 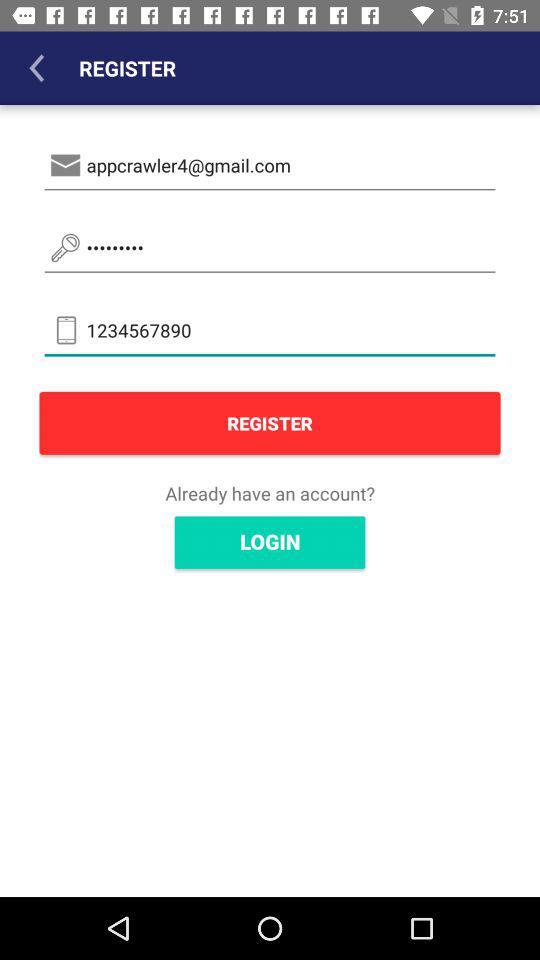 What do you see at coordinates (270, 164) in the screenshot?
I see `appcrawler4@gmail.com` at bounding box center [270, 164].